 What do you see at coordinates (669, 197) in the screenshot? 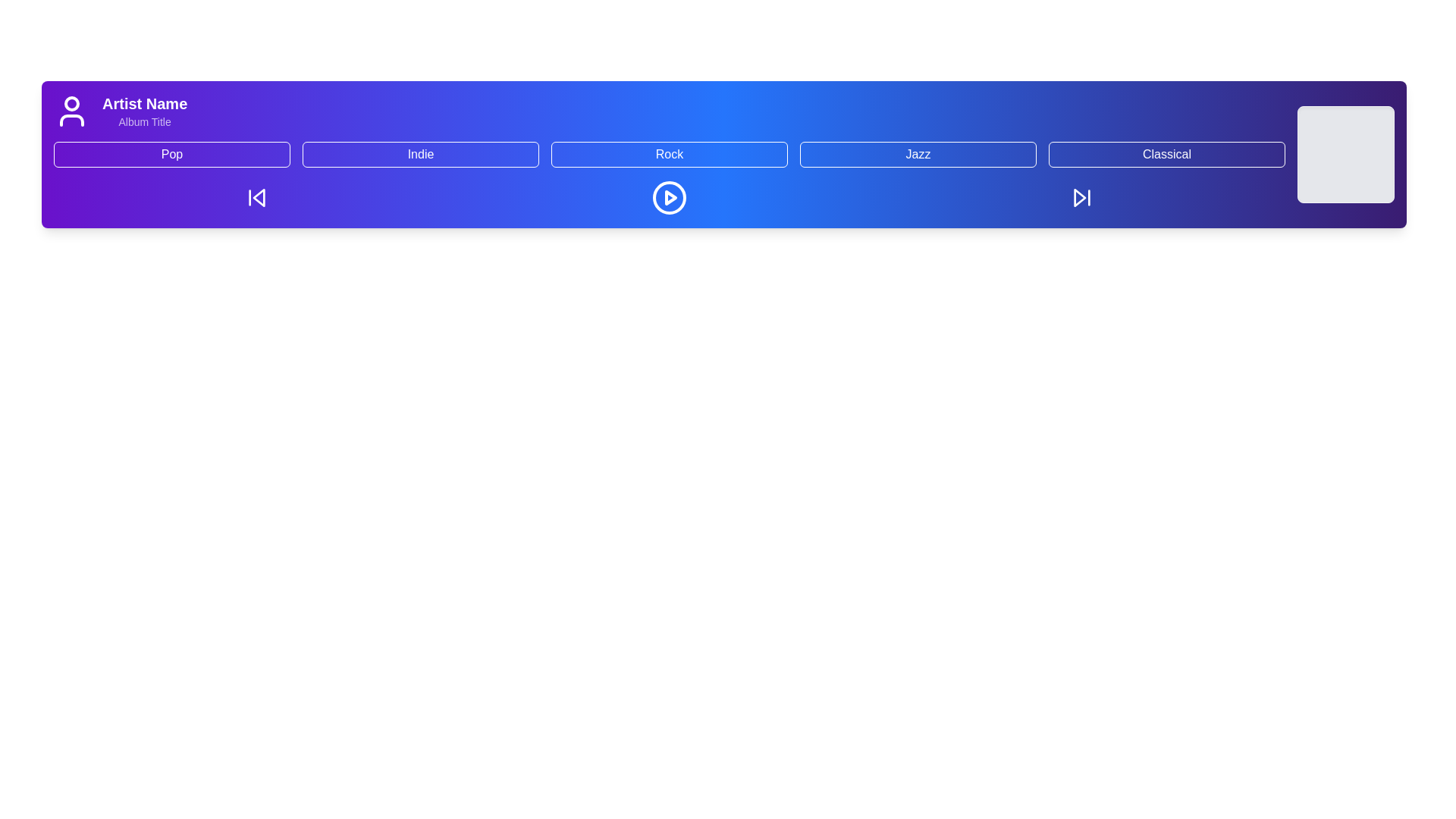
I see `the Media control bar located beneath the genre selection options` at bounding box center [669, 197].